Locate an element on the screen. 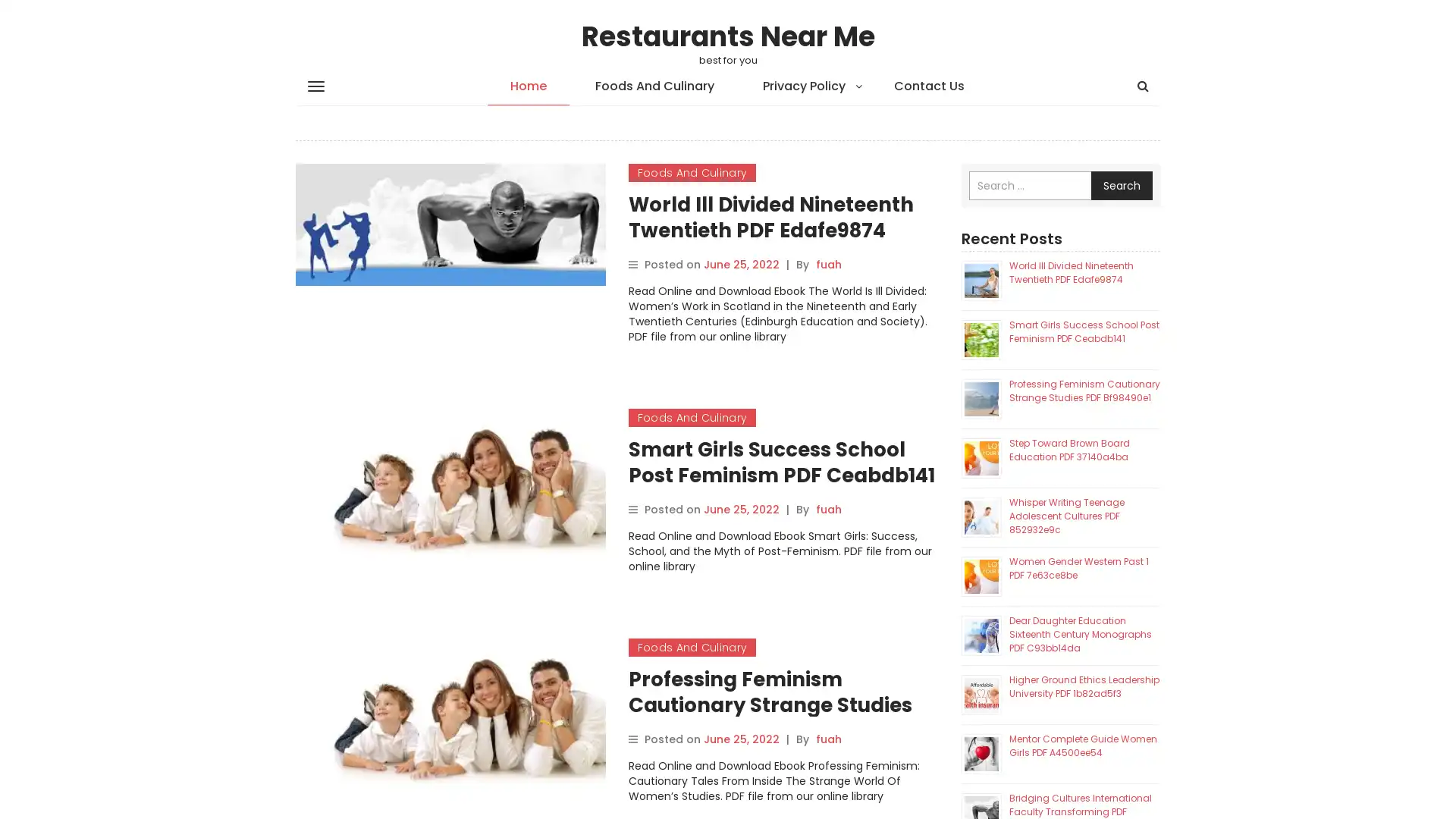 This screenshot has width=1456, height=819. Search is located at coordinates (1122, 185).